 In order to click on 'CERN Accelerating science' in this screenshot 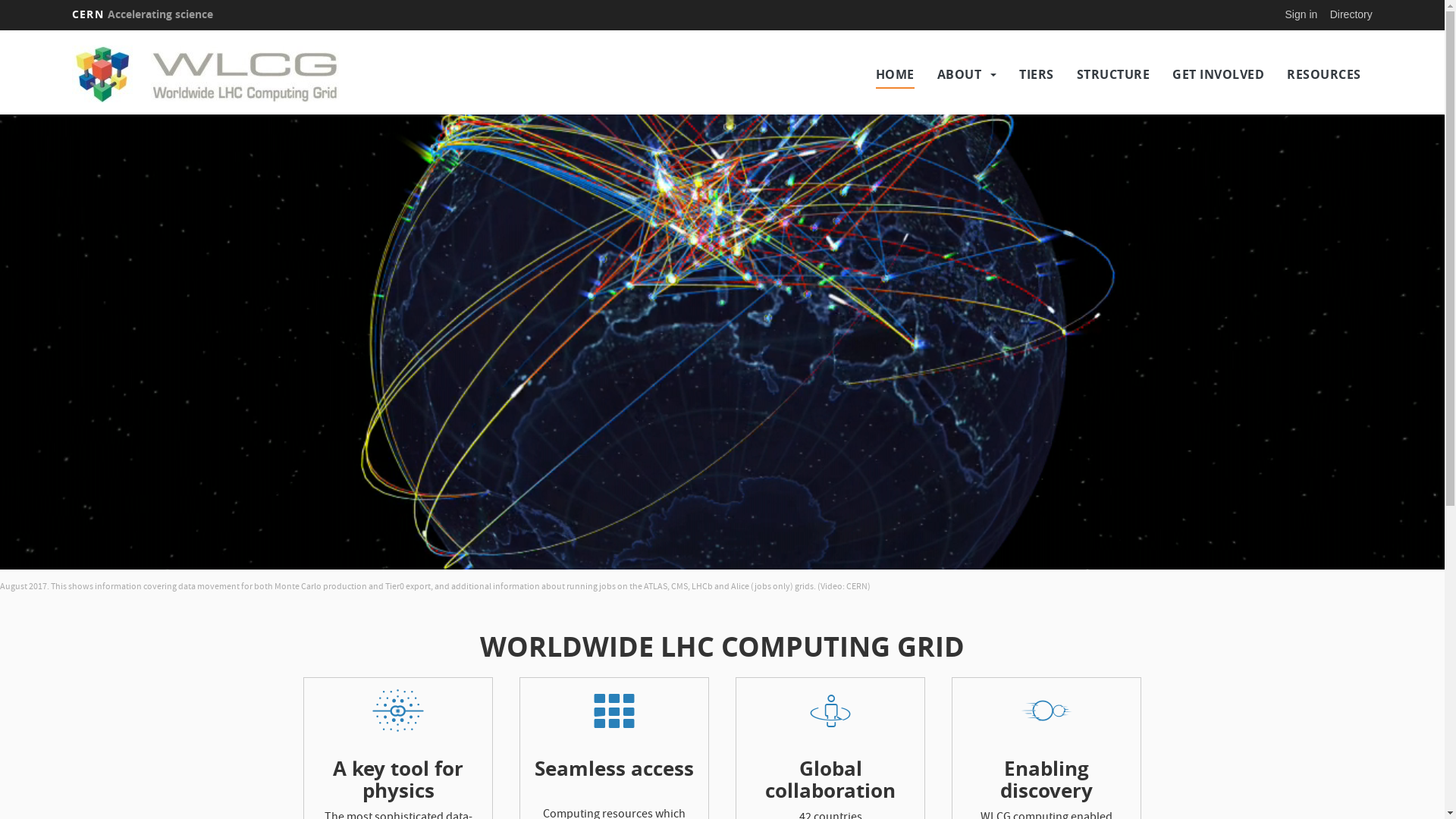, I will do `click(142, 14)`.